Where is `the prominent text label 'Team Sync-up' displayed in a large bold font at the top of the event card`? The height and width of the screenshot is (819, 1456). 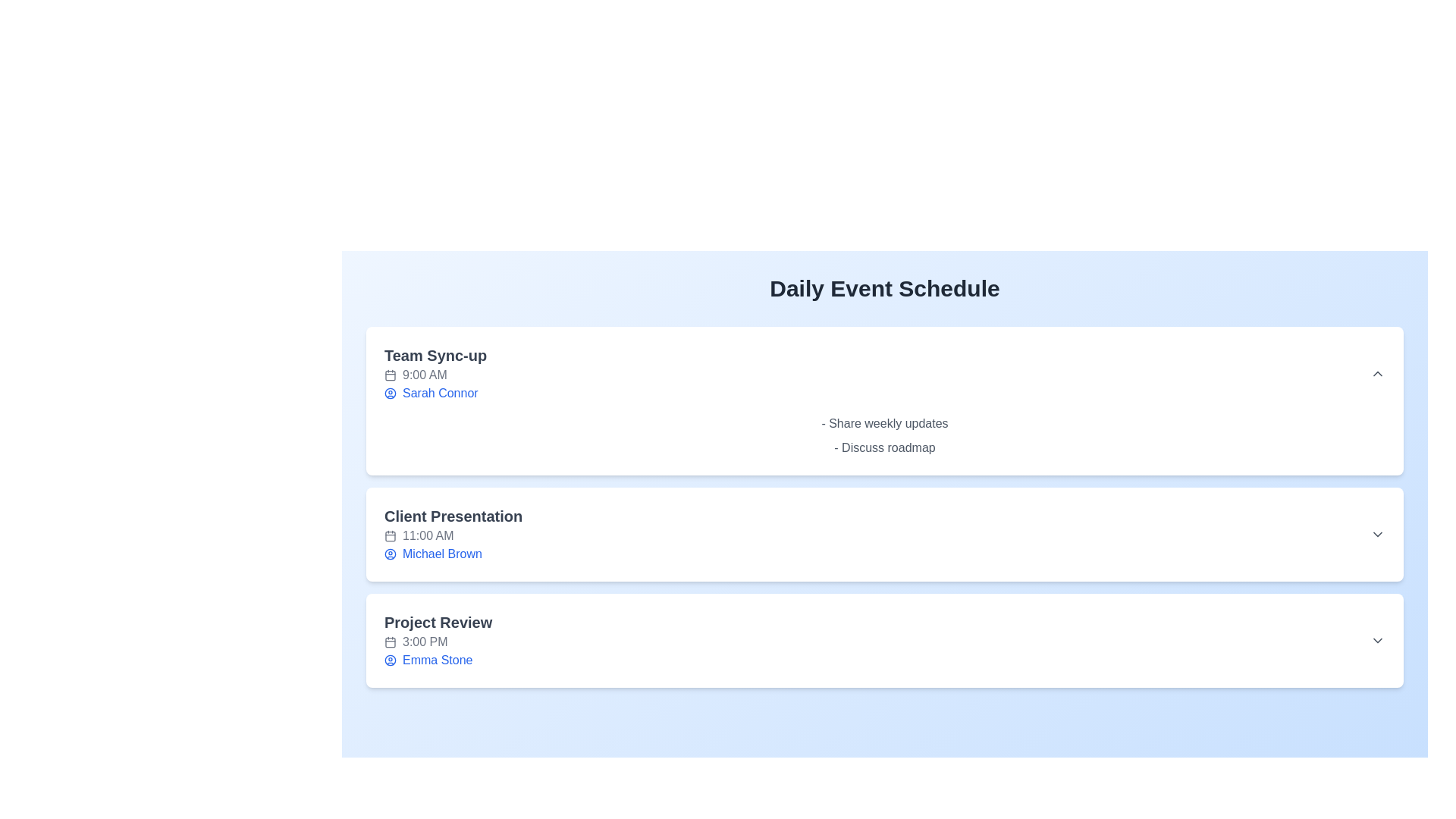
the prominent text label 'Team Sync-up' displayed in a large bold font at the top of the event card is located at coordinates (435, 356).